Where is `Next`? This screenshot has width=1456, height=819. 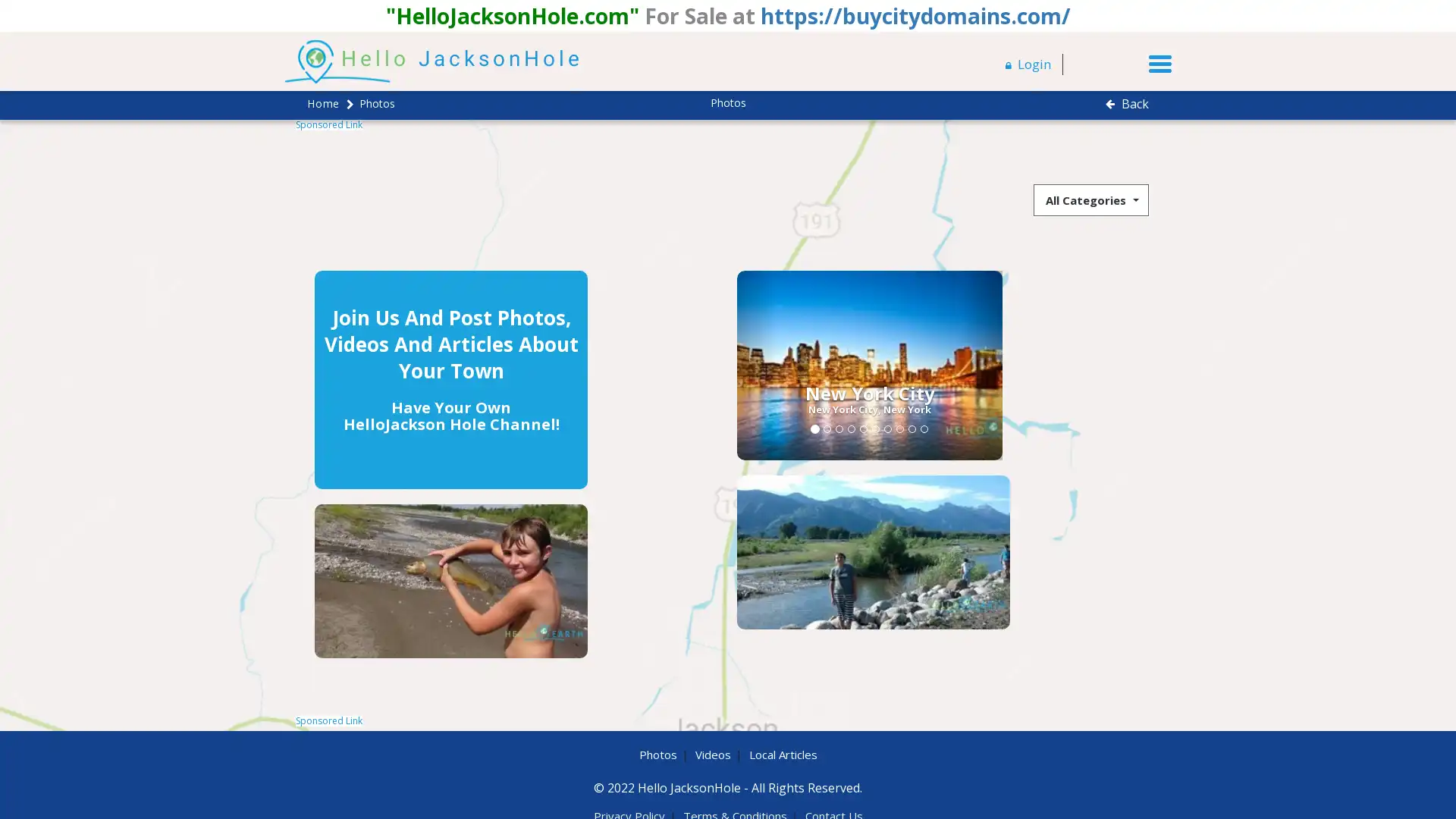 Next is located at coordinates (846, 365).